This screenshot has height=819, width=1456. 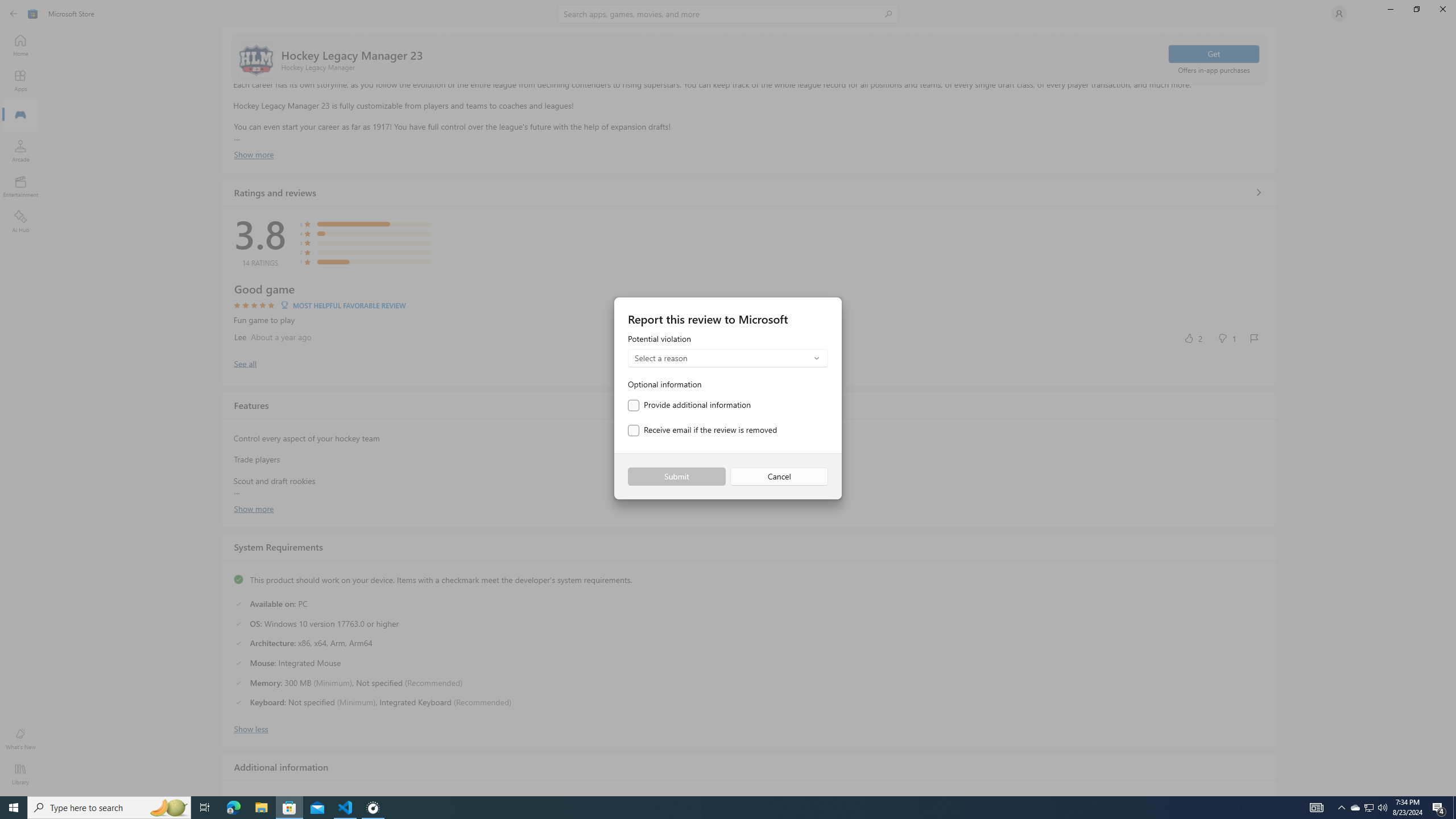 I want to click on 'Show less', so click(x=250, y=727).